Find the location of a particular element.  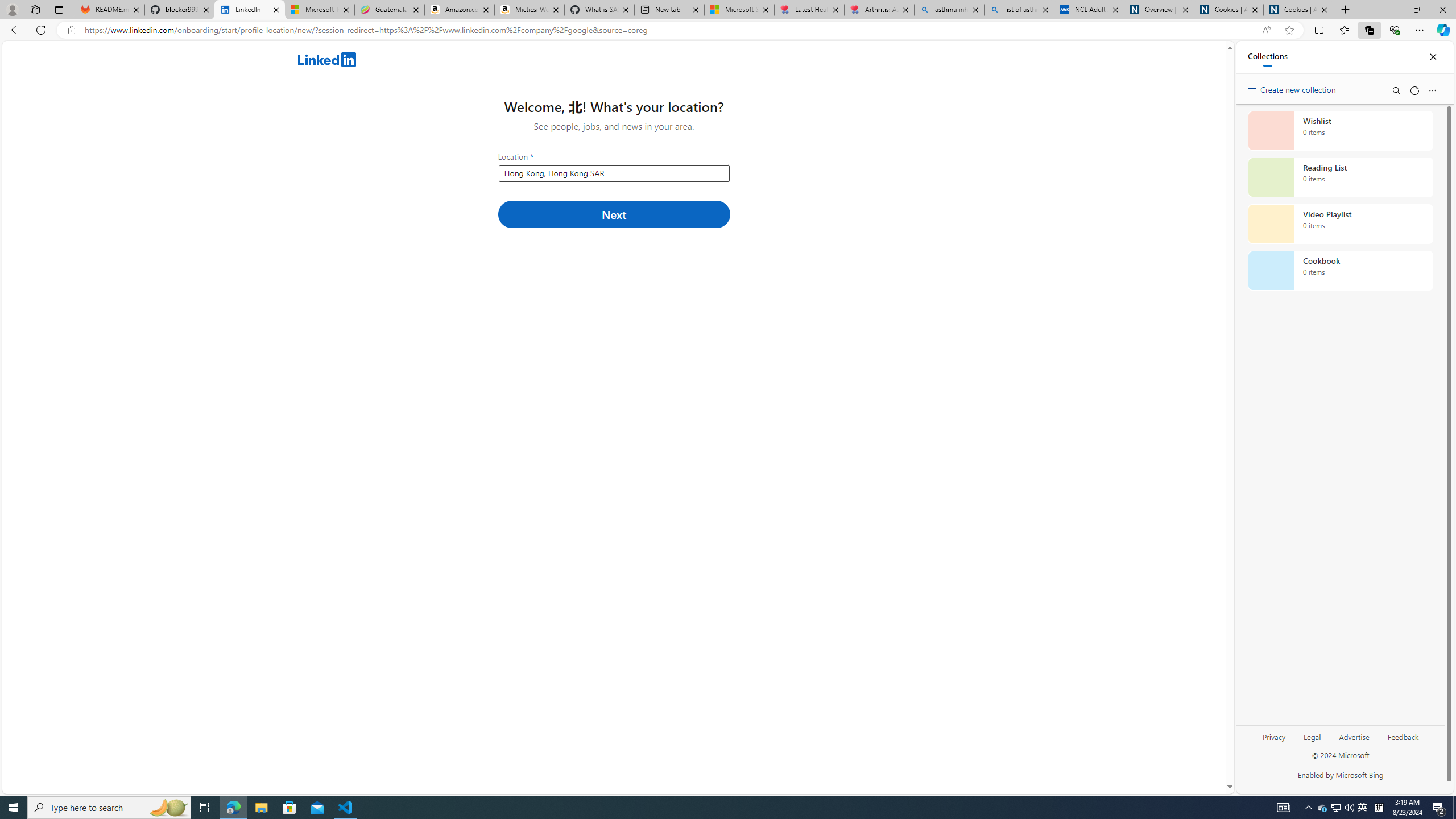

'Create new collection' is located at coordinates (1293, 87).